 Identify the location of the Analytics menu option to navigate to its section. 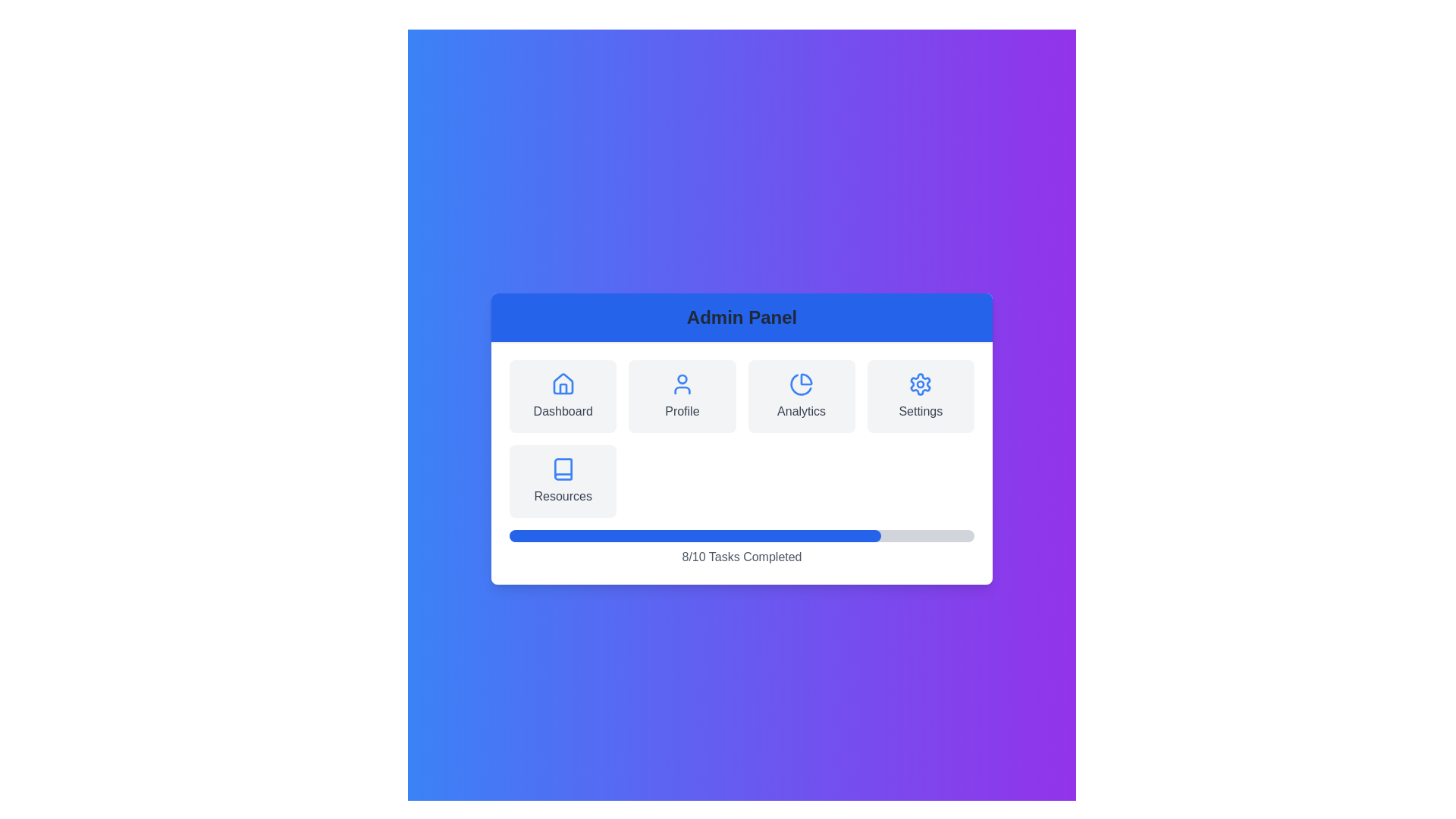
(800, 396).